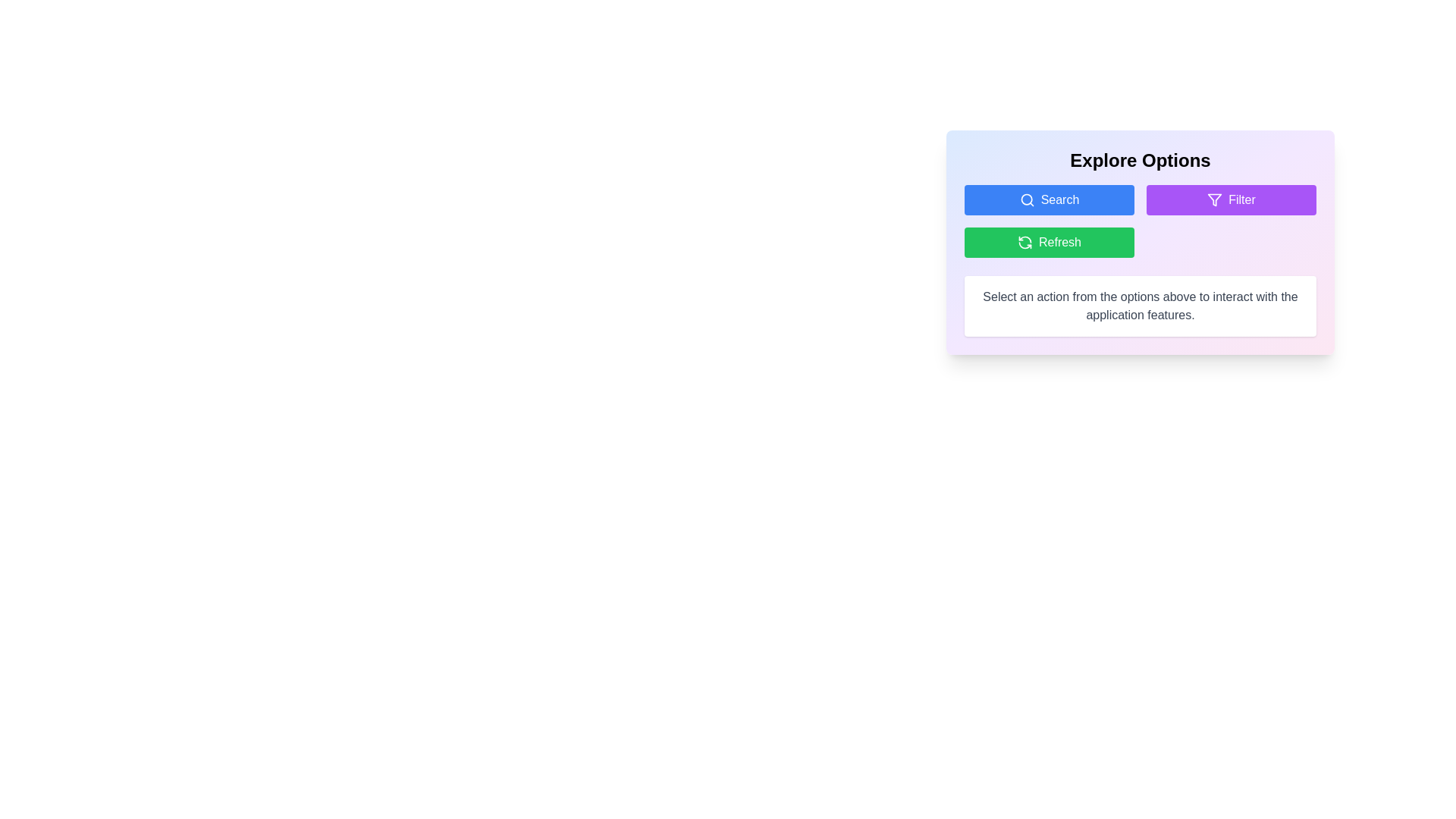  Describe the element at coordinates (1215, 199) in the screenshot. I see `the funnel icon within the 'Filter' button` at that location.